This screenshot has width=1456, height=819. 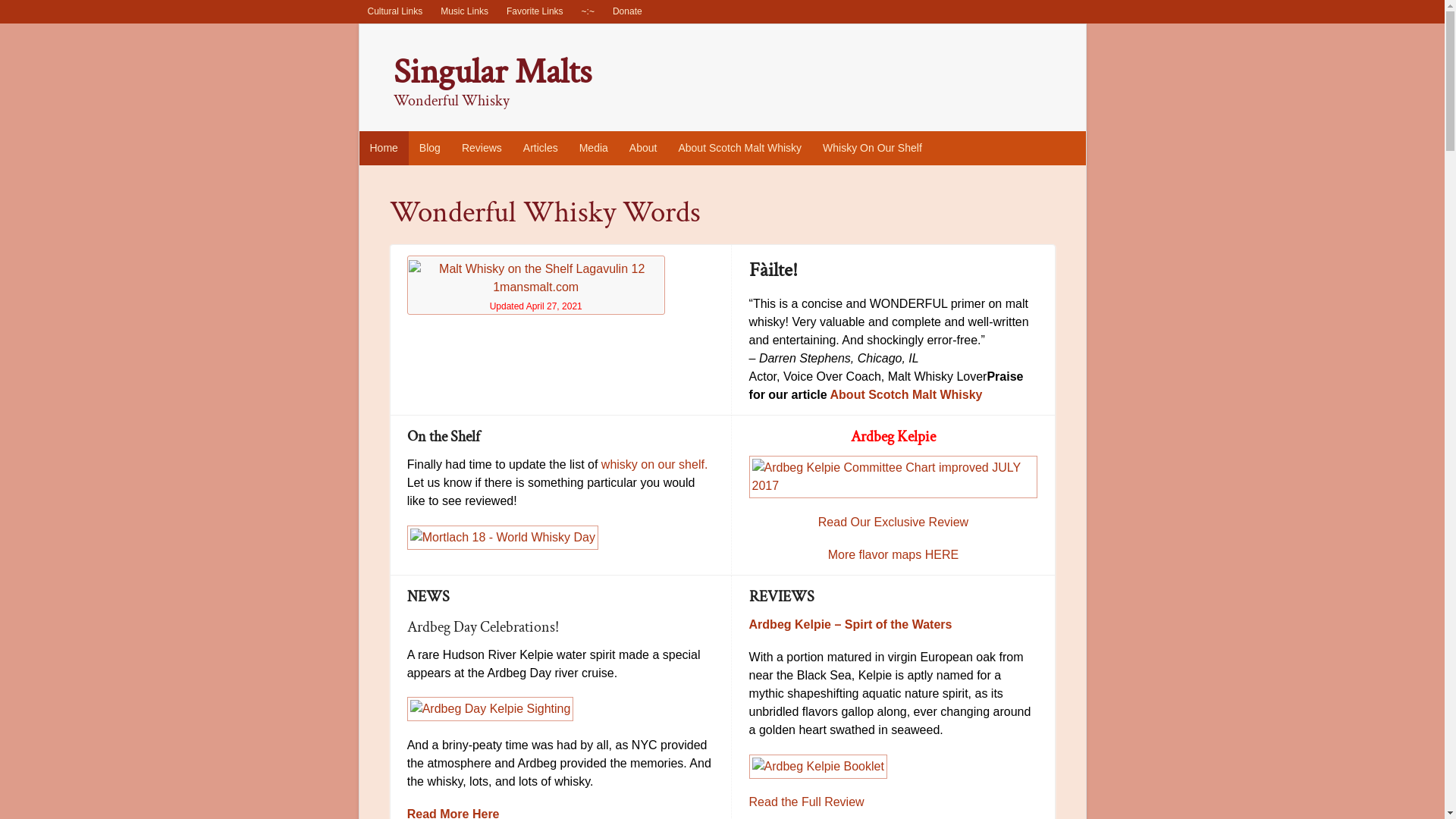 I want to click on 'Blog', so click(x=428, y=148).